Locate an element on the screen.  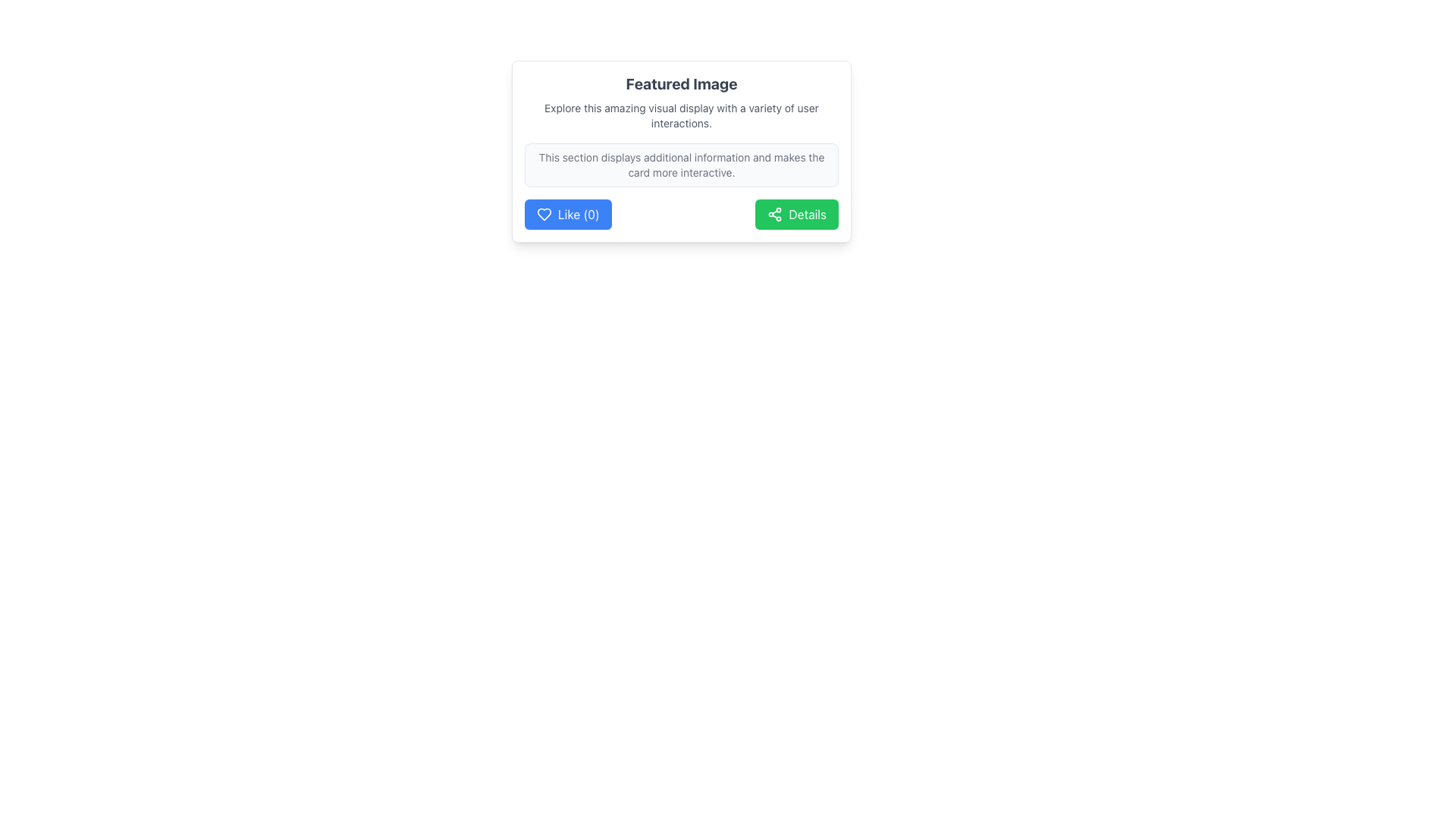
the heart-shaped icon inside the 'Like (0)' button, which is outlined in blue and located on the left side of the card at the bottom is located at coordinates (544, 214).